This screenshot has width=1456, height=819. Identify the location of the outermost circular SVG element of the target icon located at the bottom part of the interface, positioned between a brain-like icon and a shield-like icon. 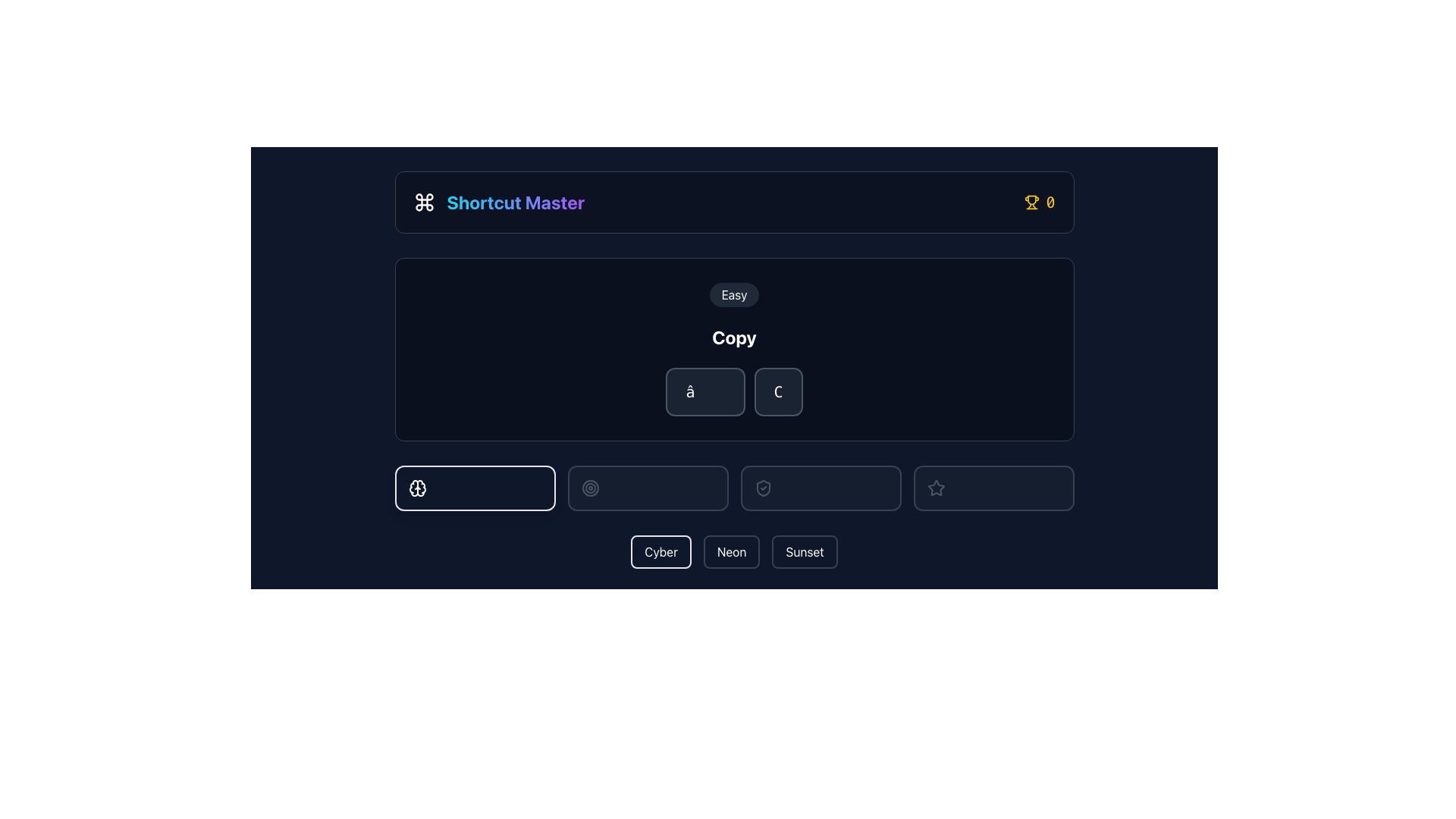
(589, 488).